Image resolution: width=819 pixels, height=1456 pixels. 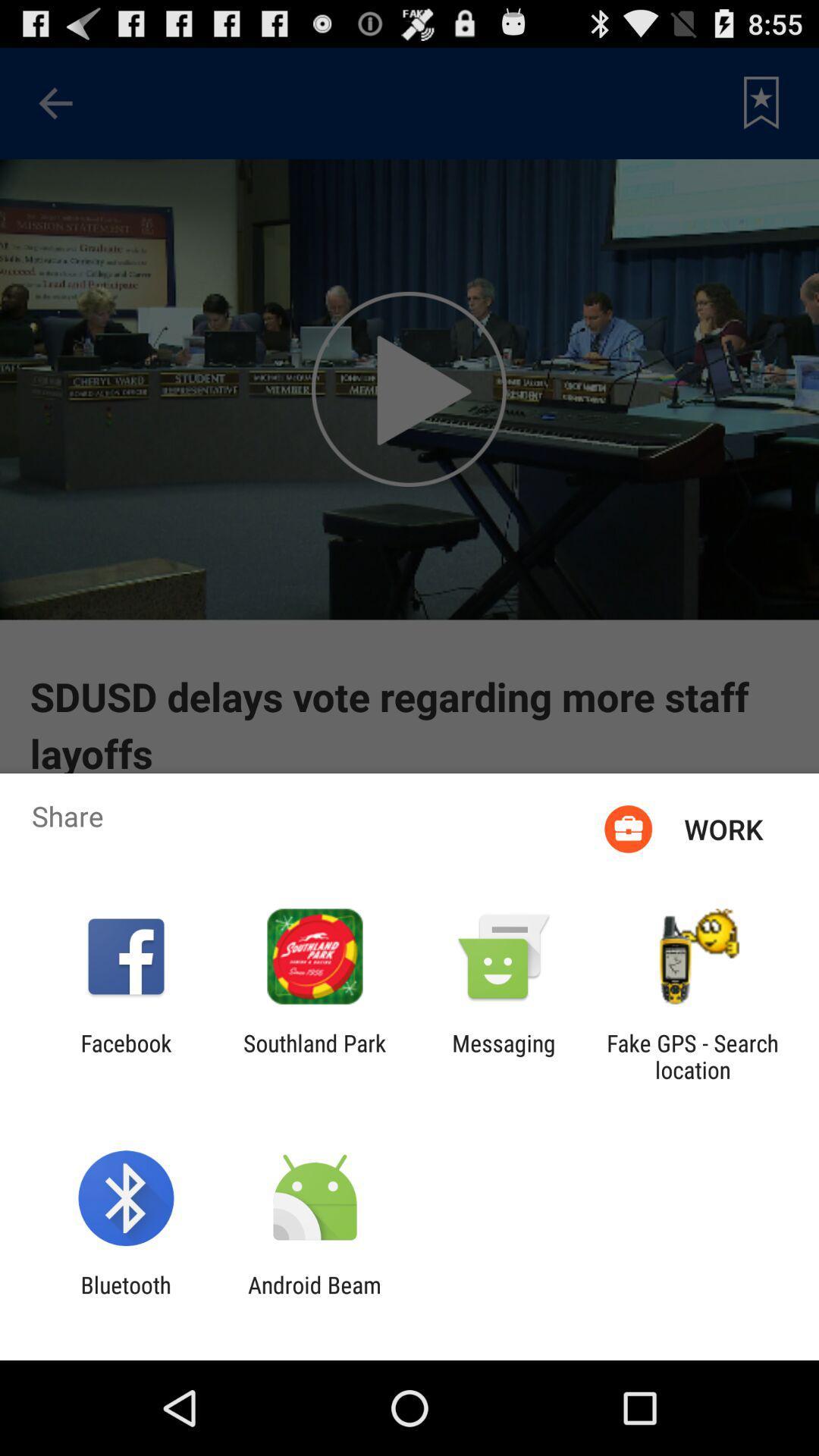 I want to click on messaging app, so click(x=504, y=1056).